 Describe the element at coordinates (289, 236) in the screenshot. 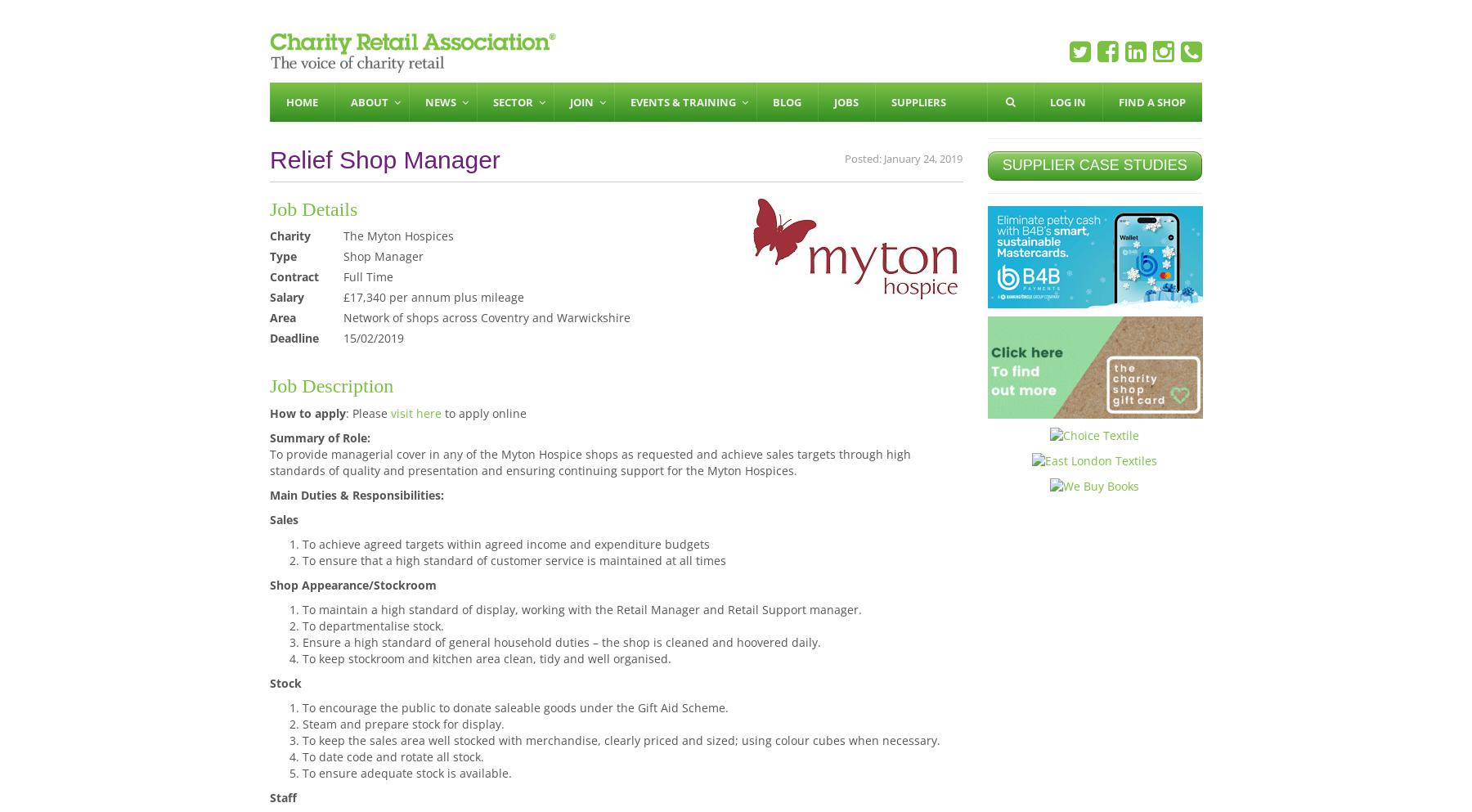

I see `'Charity'` at that location.